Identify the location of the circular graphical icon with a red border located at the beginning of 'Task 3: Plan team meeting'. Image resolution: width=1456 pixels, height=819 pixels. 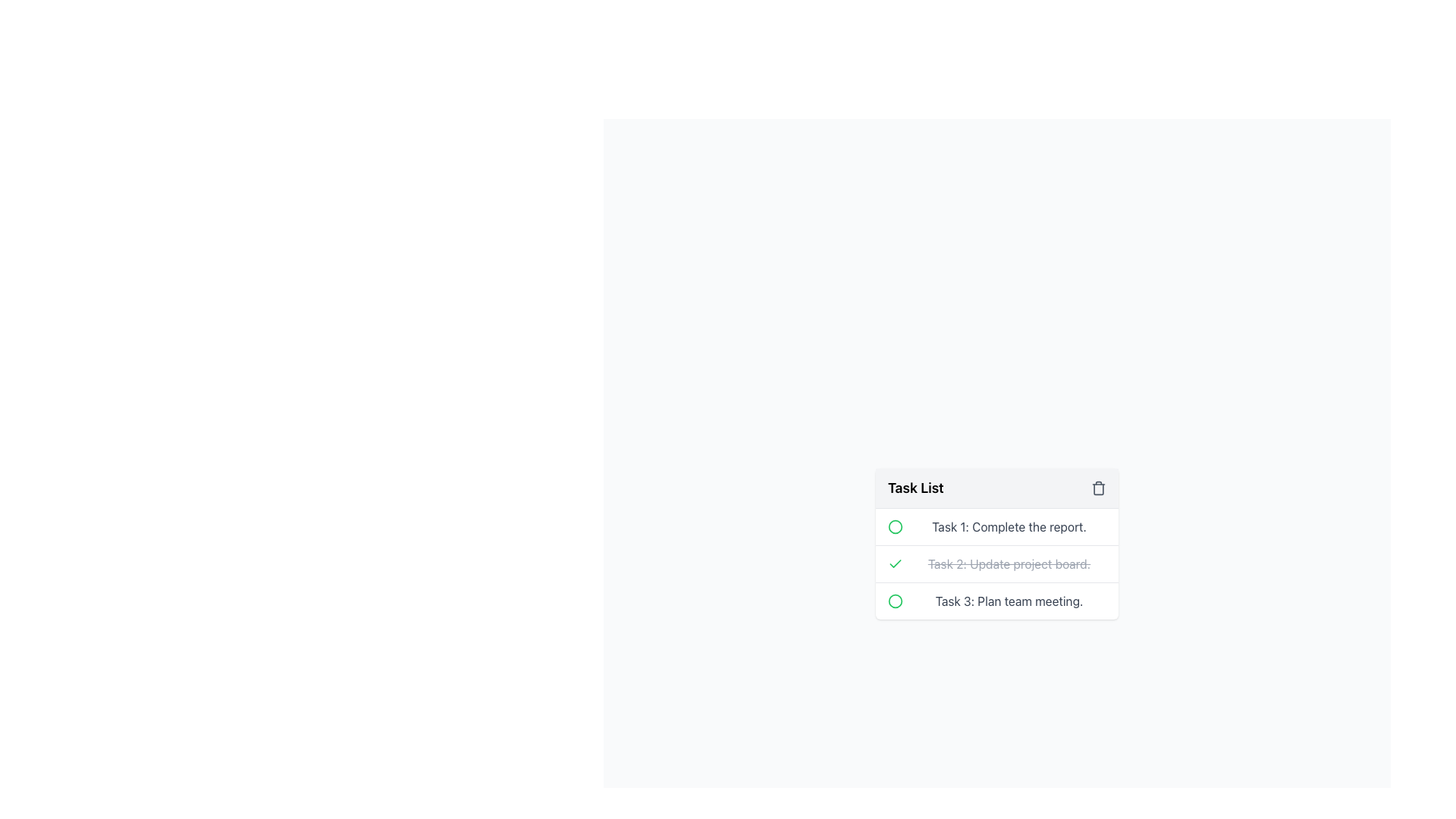
(895, 599).